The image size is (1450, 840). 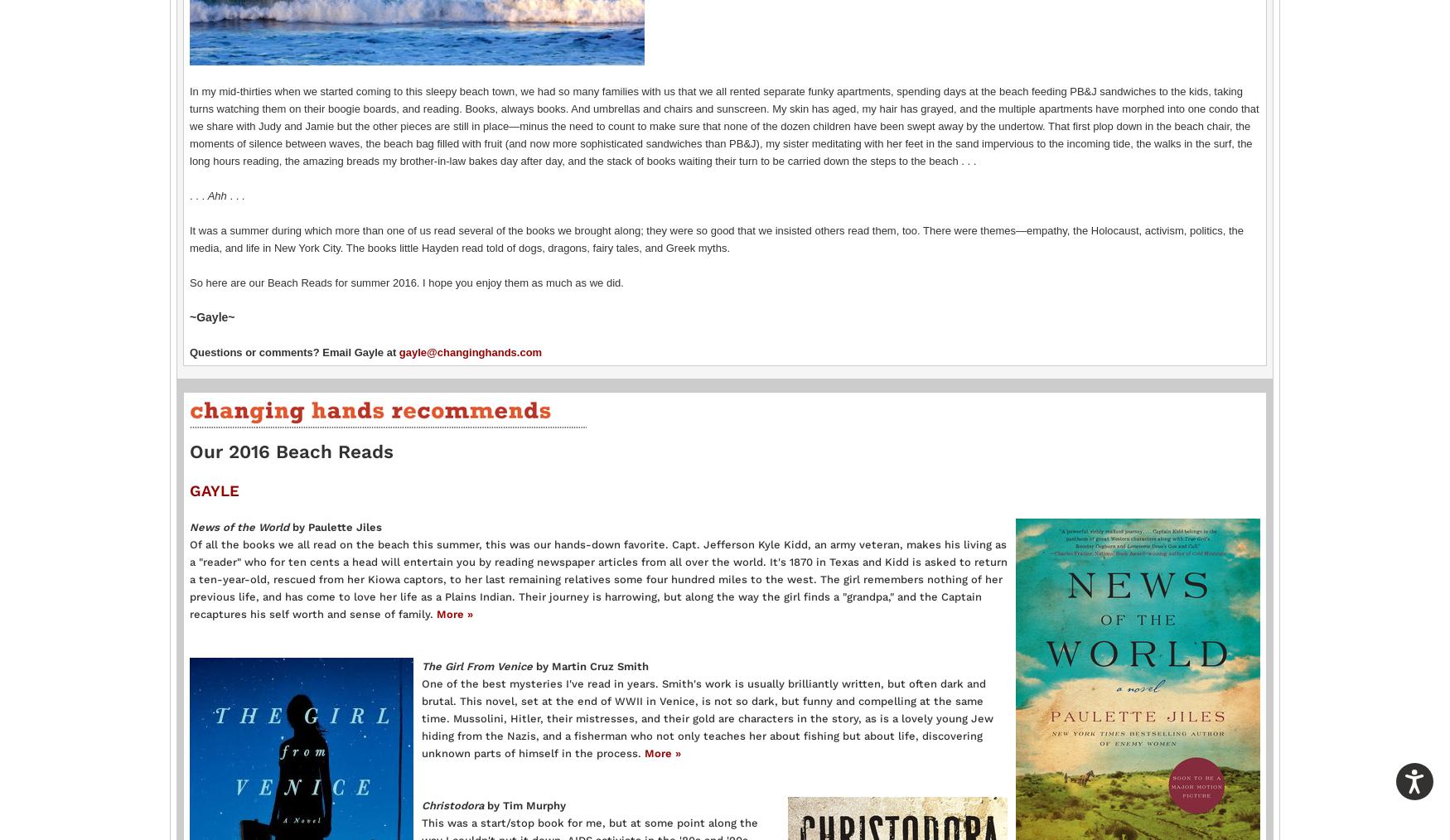 What do you see at coordinates (487, 804) in the screenshot?
I see `'by Tim Murphy'` at bounding box center [487, 804].